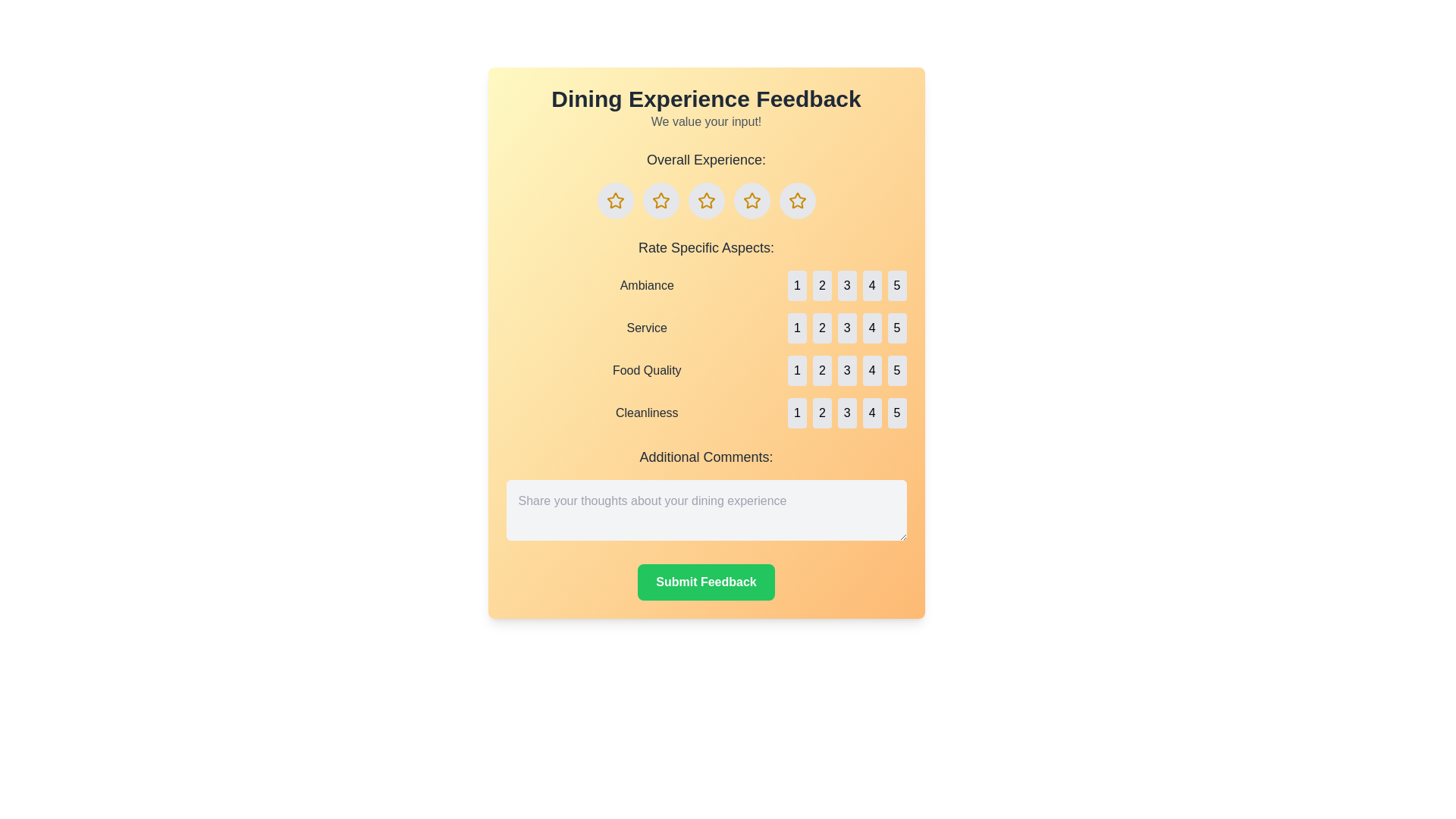 The image size is (1456, 819). I want to click on the button labeled '3' in the 'Food Quality' section, so click(846, 371).